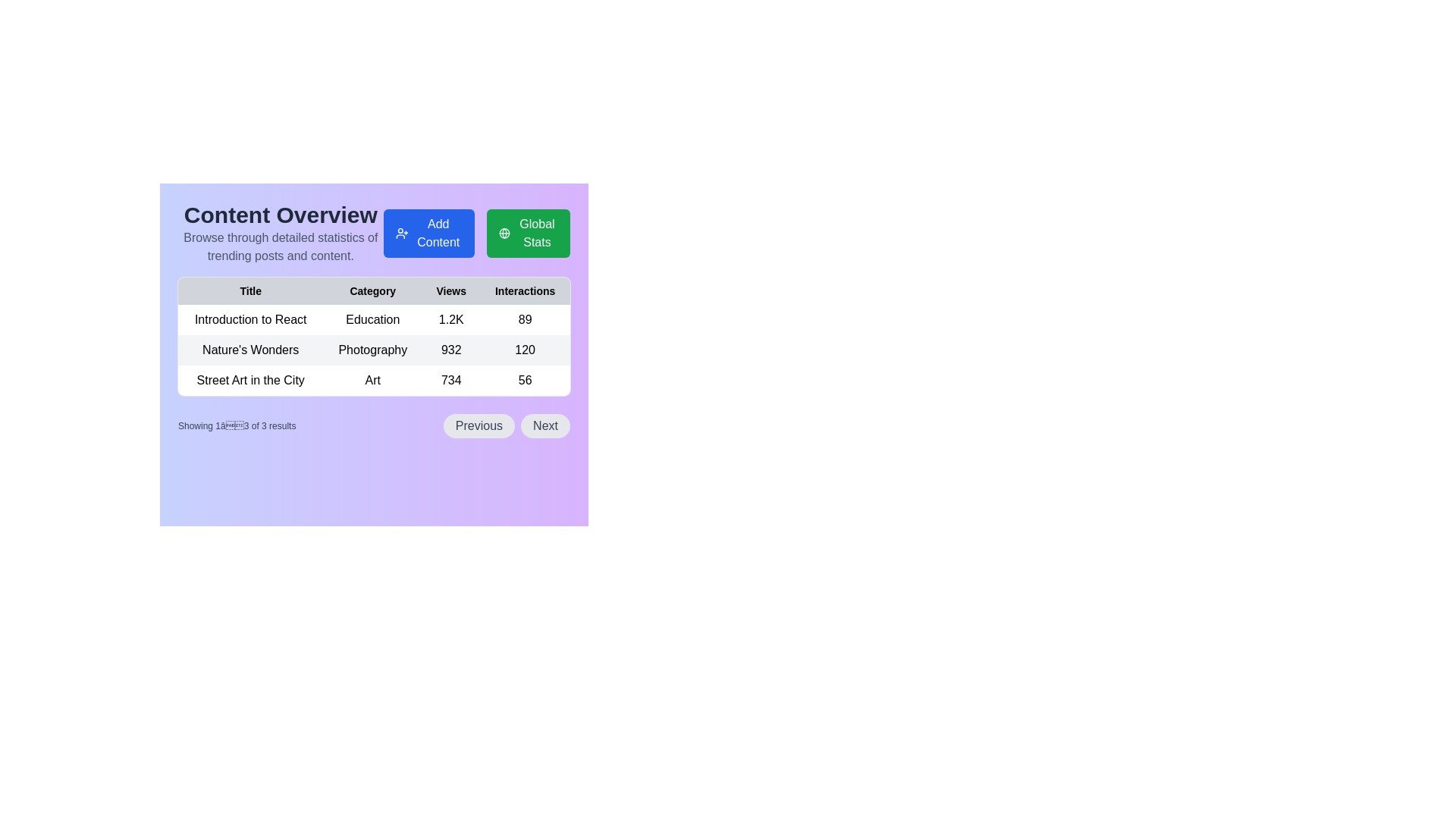  Describe the element at coordinates (250, 350) in the screenshot. I see `displayed text from the Text Label located in the first column of the second row under the 'Title' column, adjacent to 'Photography'` at that location.